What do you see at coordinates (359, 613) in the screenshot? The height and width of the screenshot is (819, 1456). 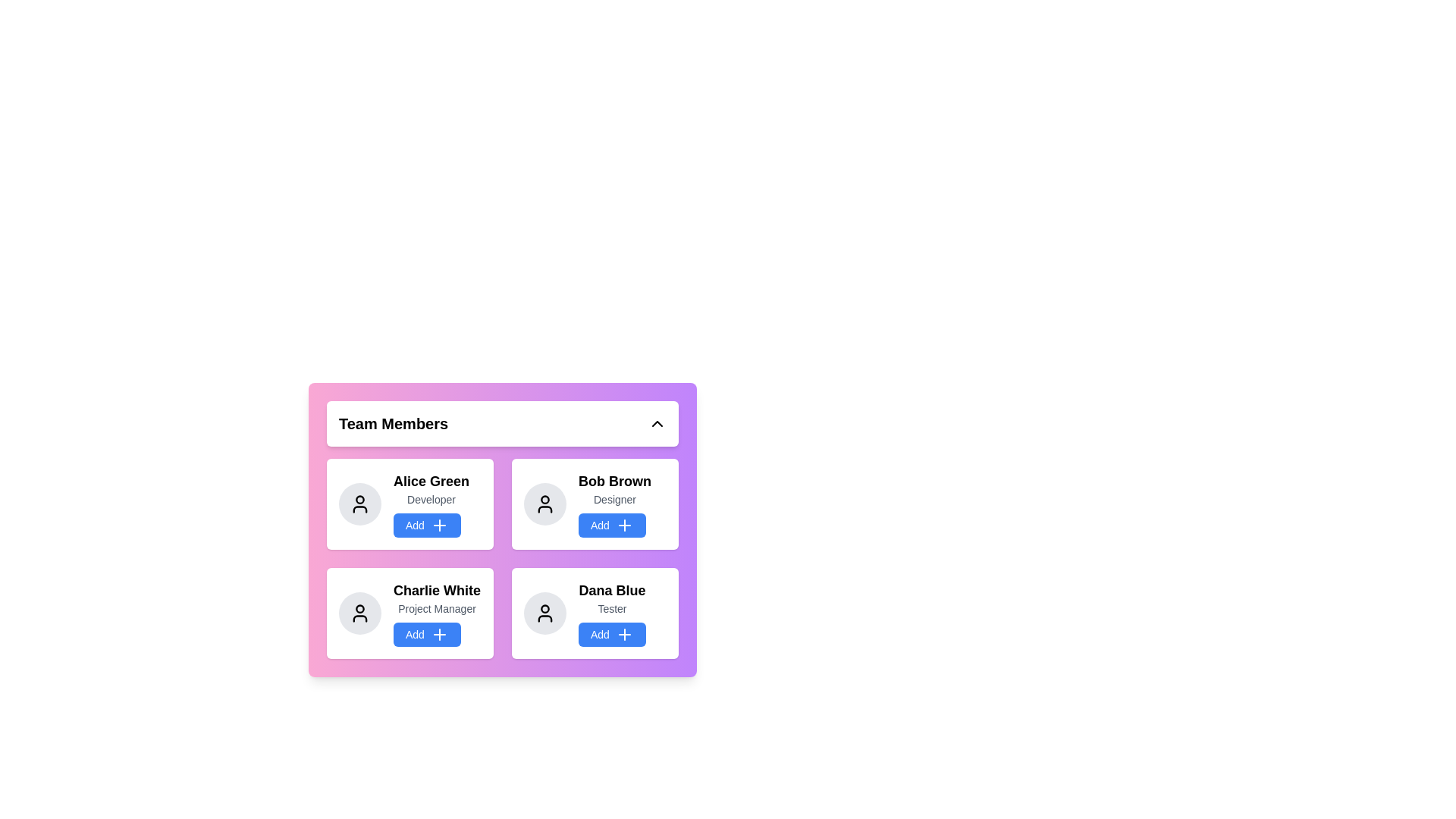 I see `the user avatar icon located on the 'Charlie White' card` at bounding box center [359, 613].